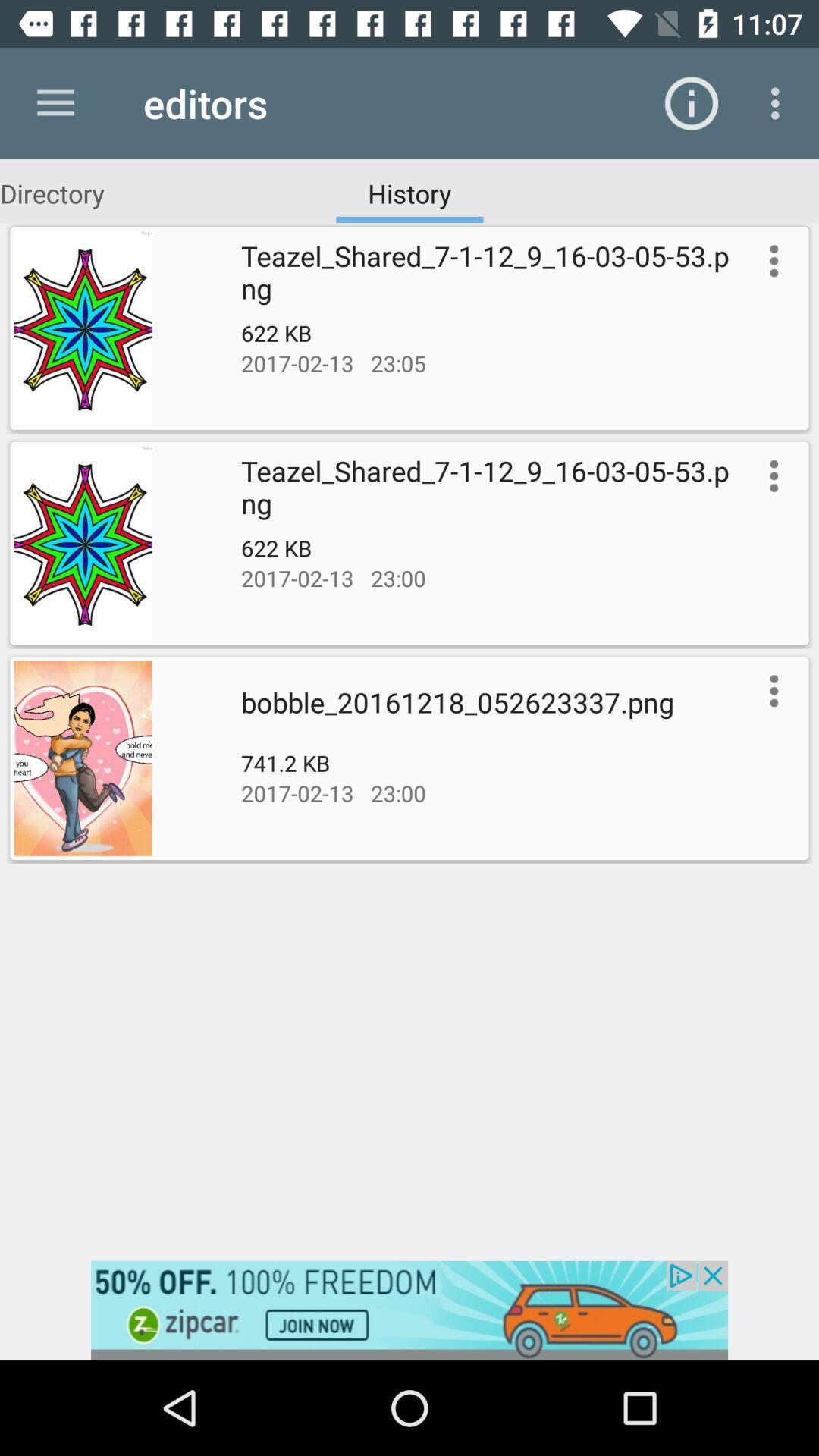 This screenshot has width=819, height=1456. Describe the element at coordinates (770, 690) in the screenshot. I see `picture options` at that location.